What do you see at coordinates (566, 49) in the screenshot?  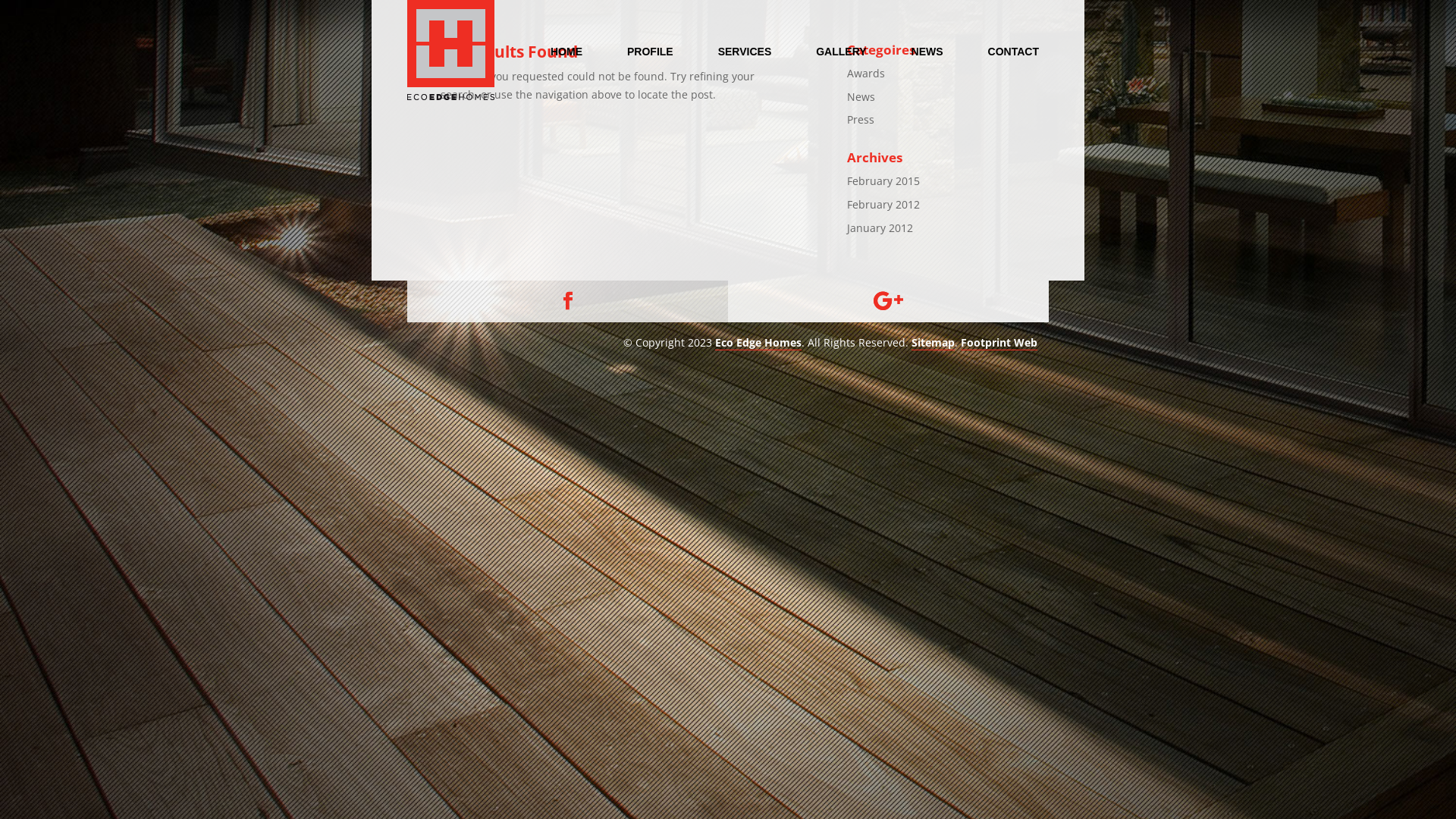 I see `'HOME'` at bounding box center [566, 49].